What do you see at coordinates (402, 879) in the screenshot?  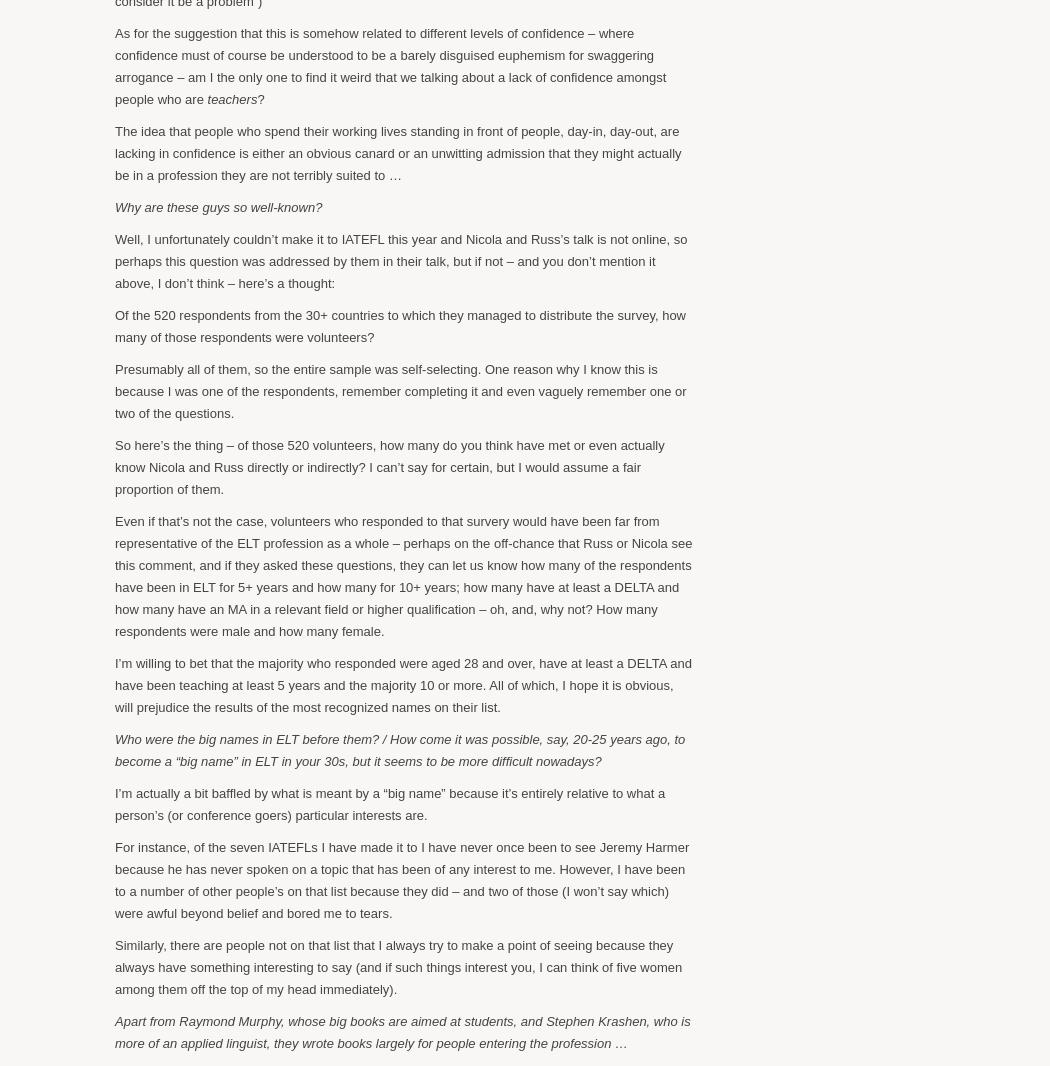 I see `'For instance, of the seven IATEFLs I have made it to I have never once been to see Jeremy Harmer because he has never spoken on a topic that has been of any interest to me. However, I have been to a number of other people’s on that list because they did – and two of those (I won’t say which) were awful beyond belief and bored me to tears.'` at bounding box center [402, 879].